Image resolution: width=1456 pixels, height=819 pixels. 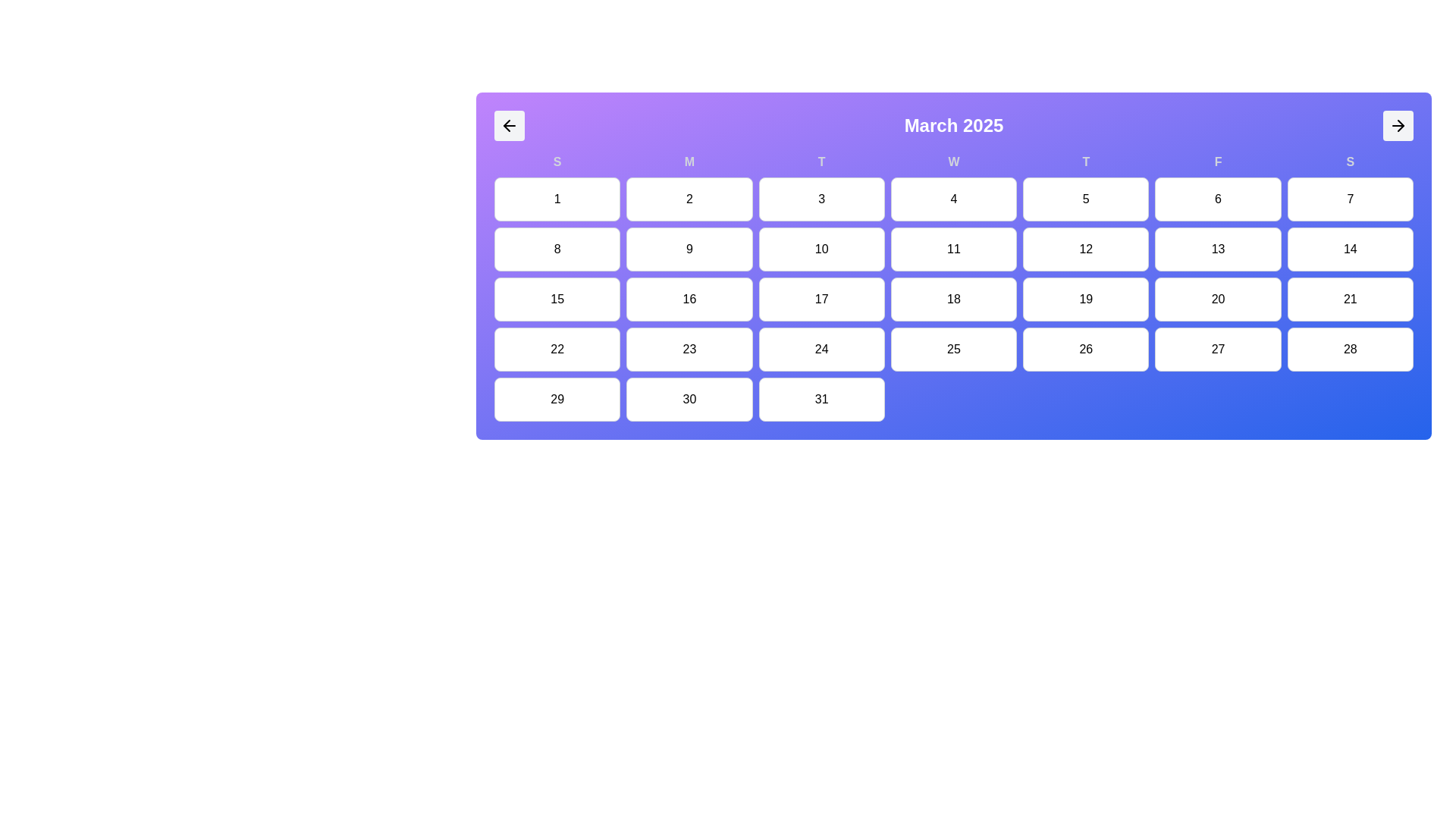 I want to click on the text label displaying 'March 2025' in large, bold, white font, which is centered in the header of the calendar component, so click(x=952, y=124).